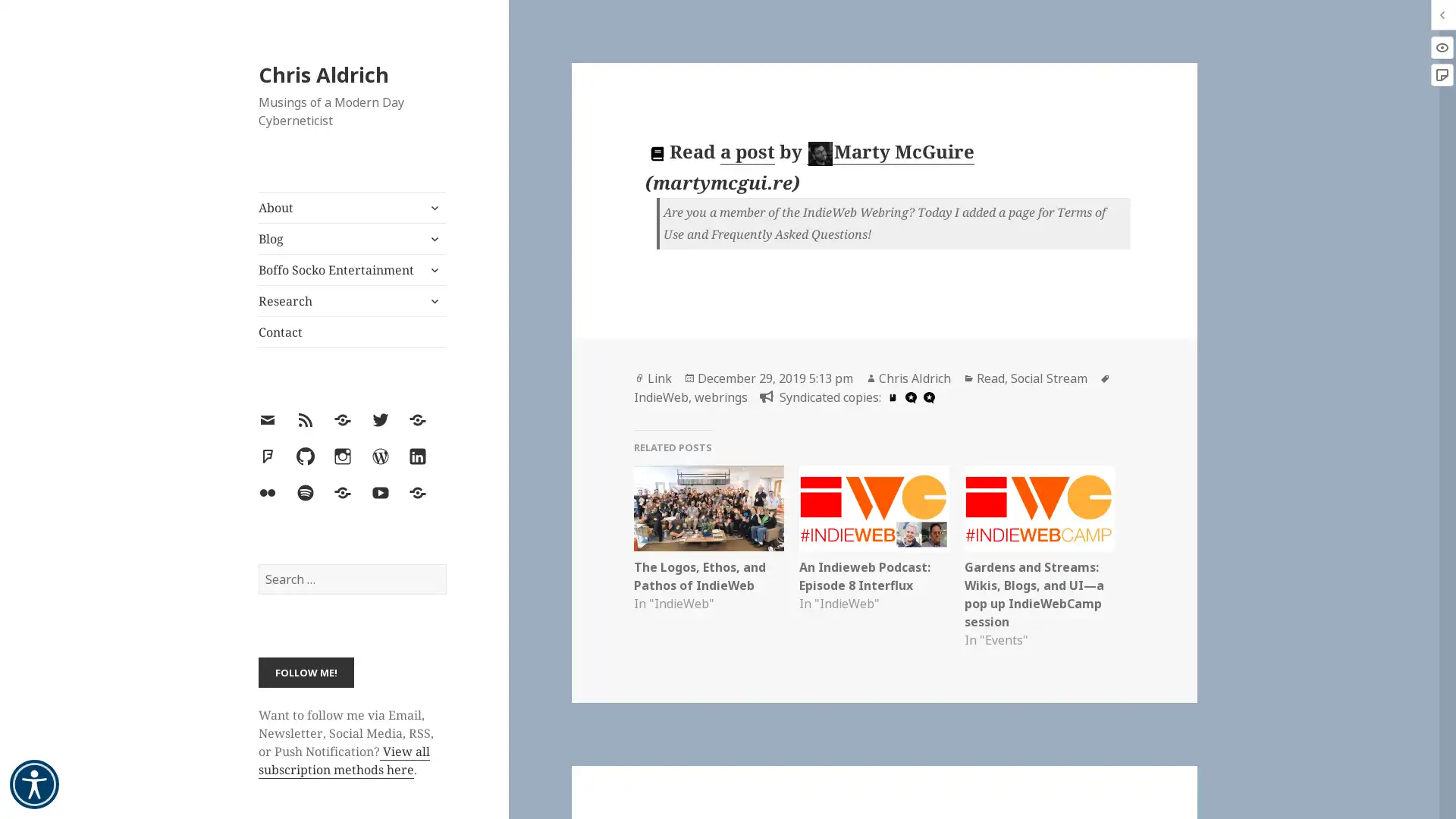  I want to click on Show highlights, so click(1441, 46).